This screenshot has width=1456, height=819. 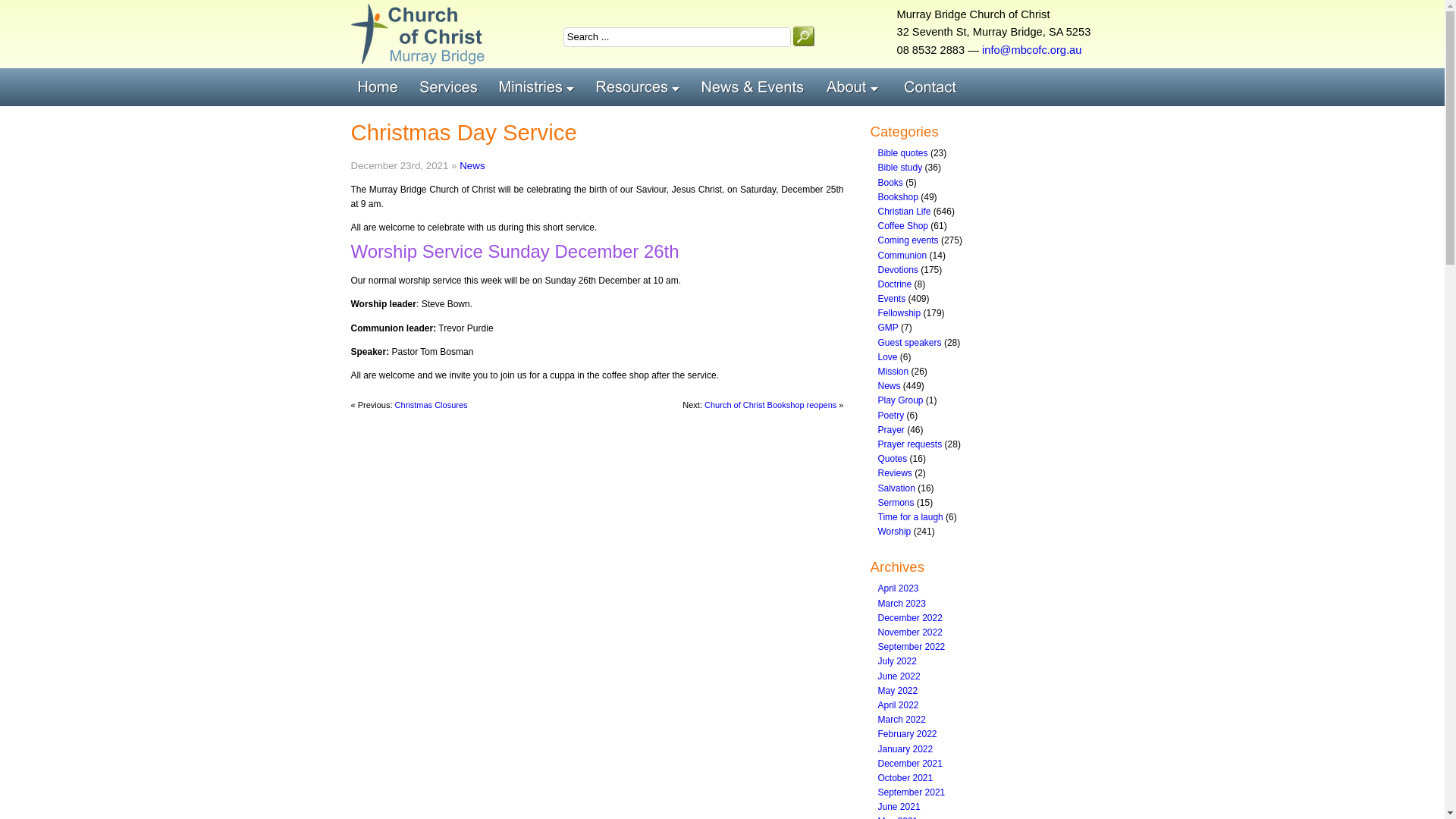 I want to click on 'February 2022', so click(x=907, y=733).